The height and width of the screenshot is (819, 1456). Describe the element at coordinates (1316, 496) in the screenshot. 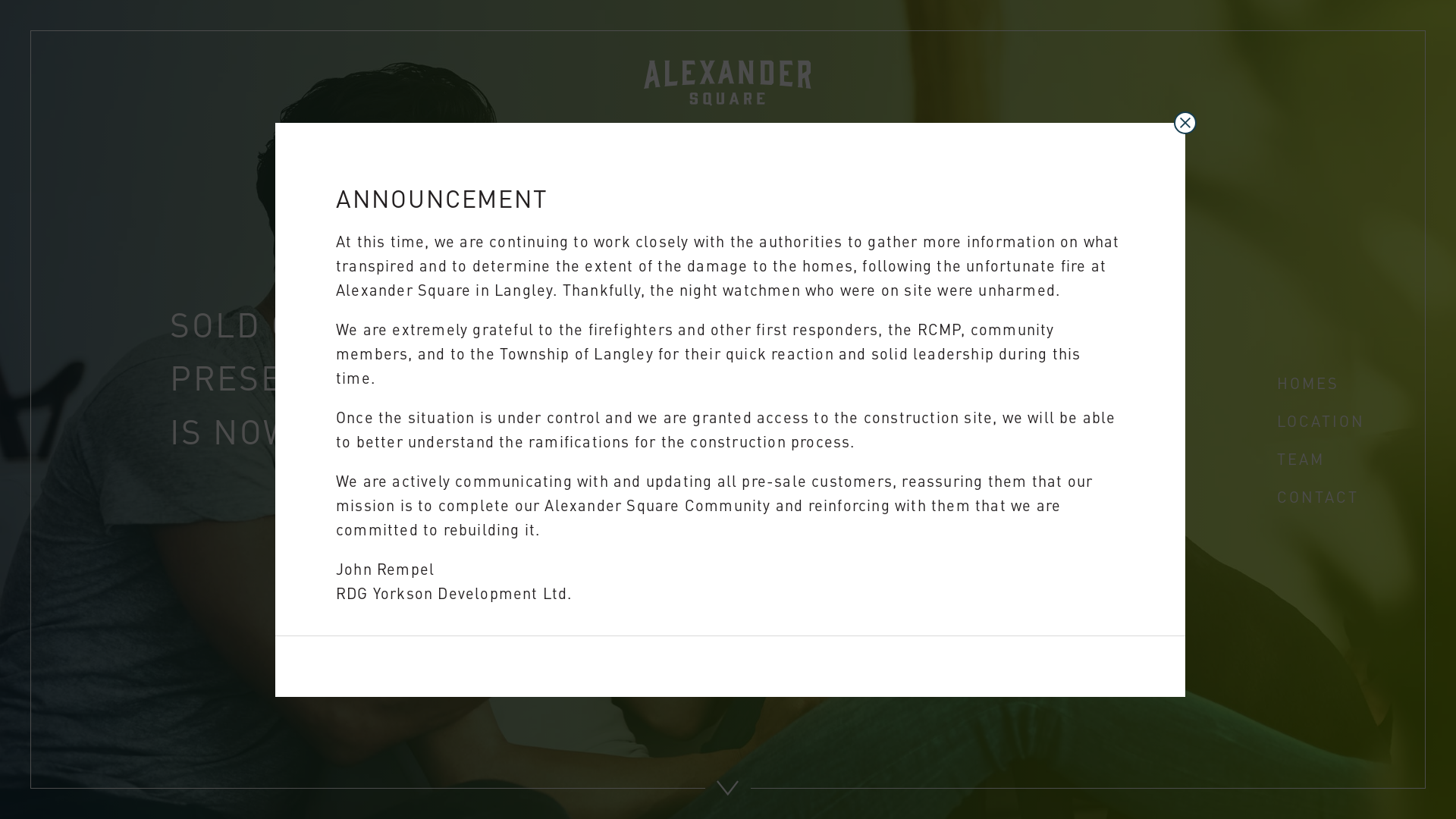

I see `'CONTACT'` at that location.